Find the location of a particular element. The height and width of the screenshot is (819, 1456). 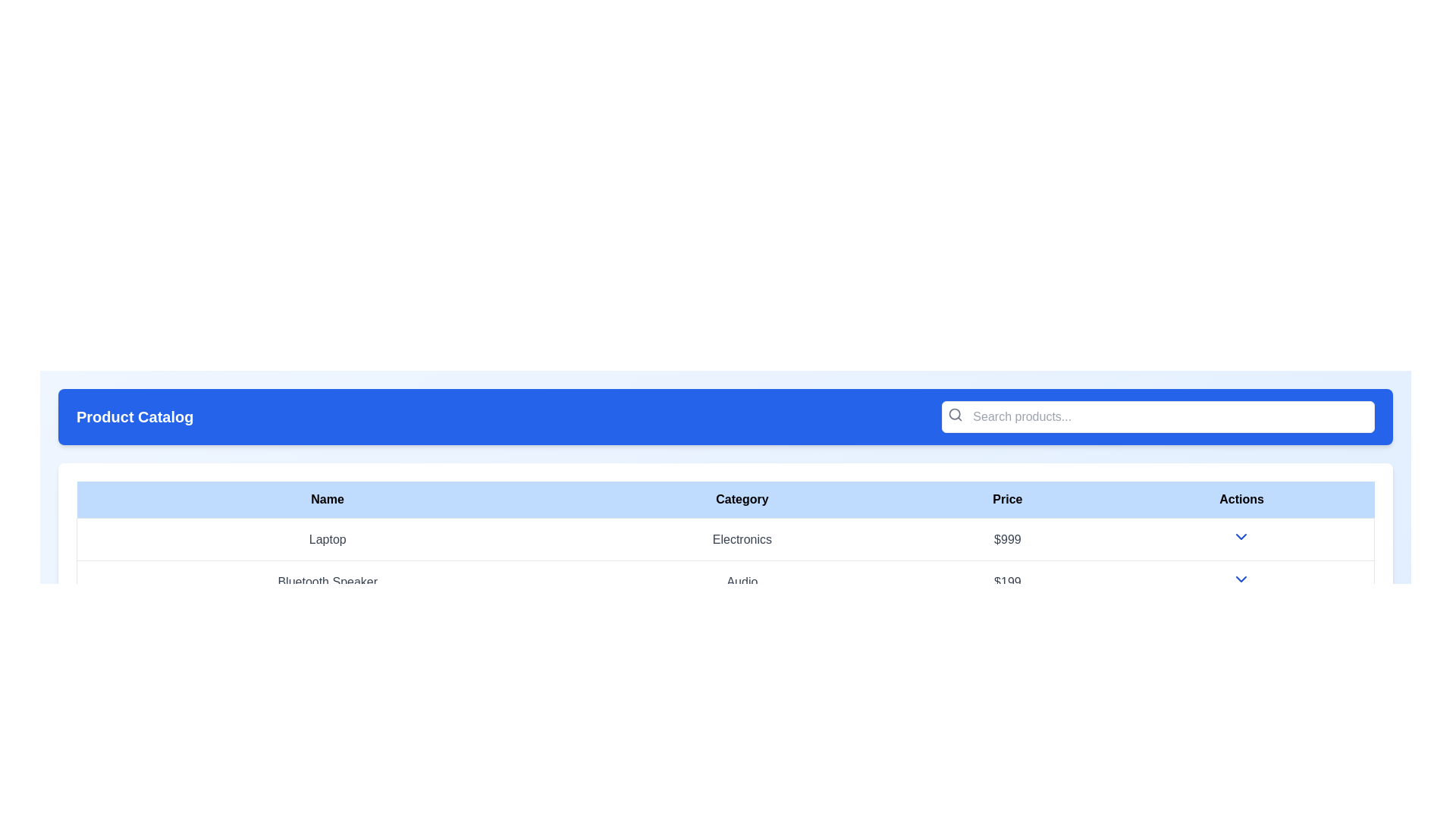

the static text label displaying the price of the 'Laptop' product located in the third cell of the product table is located at coordinates (1007, 538).